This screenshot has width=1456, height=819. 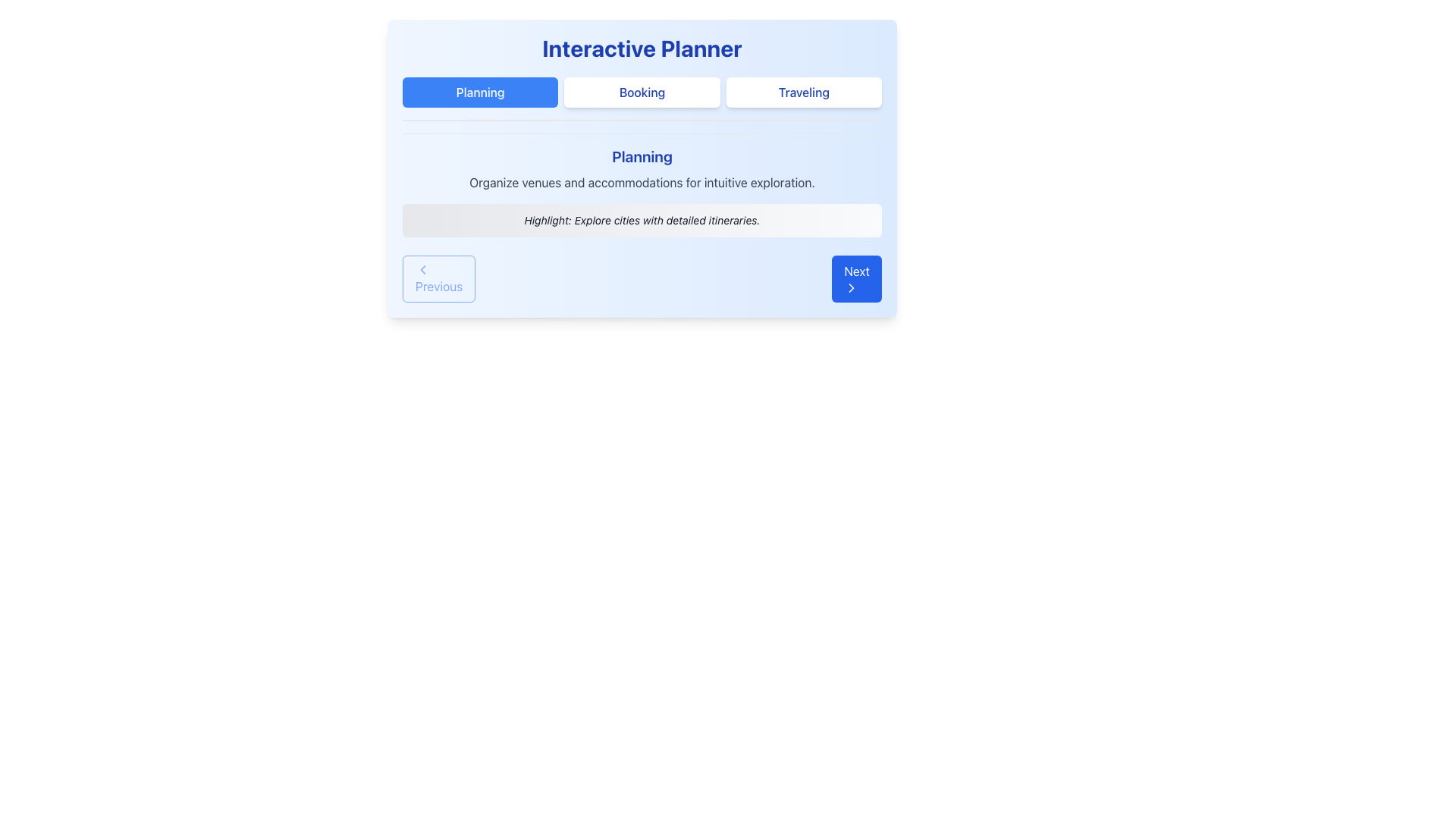 What do you see at coordinates (642, 99) in the screenshot?
I see `the 'Booking' button located between the 'Planning' and 'Traveling' buttons under the 'Interactive Planner' heading` at bounding box center [642, 99].